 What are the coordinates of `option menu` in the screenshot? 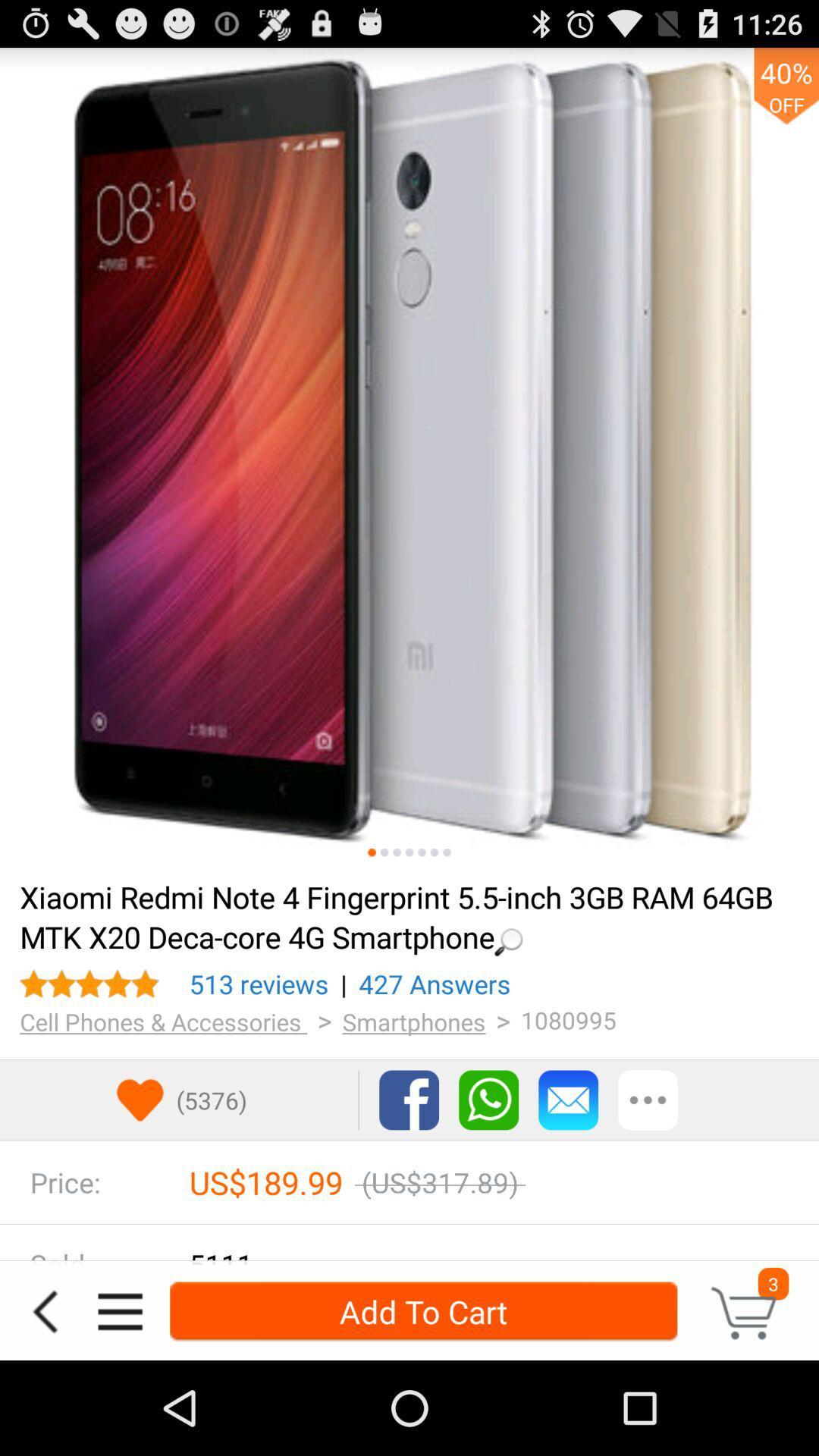 It's located at (119, 1310).